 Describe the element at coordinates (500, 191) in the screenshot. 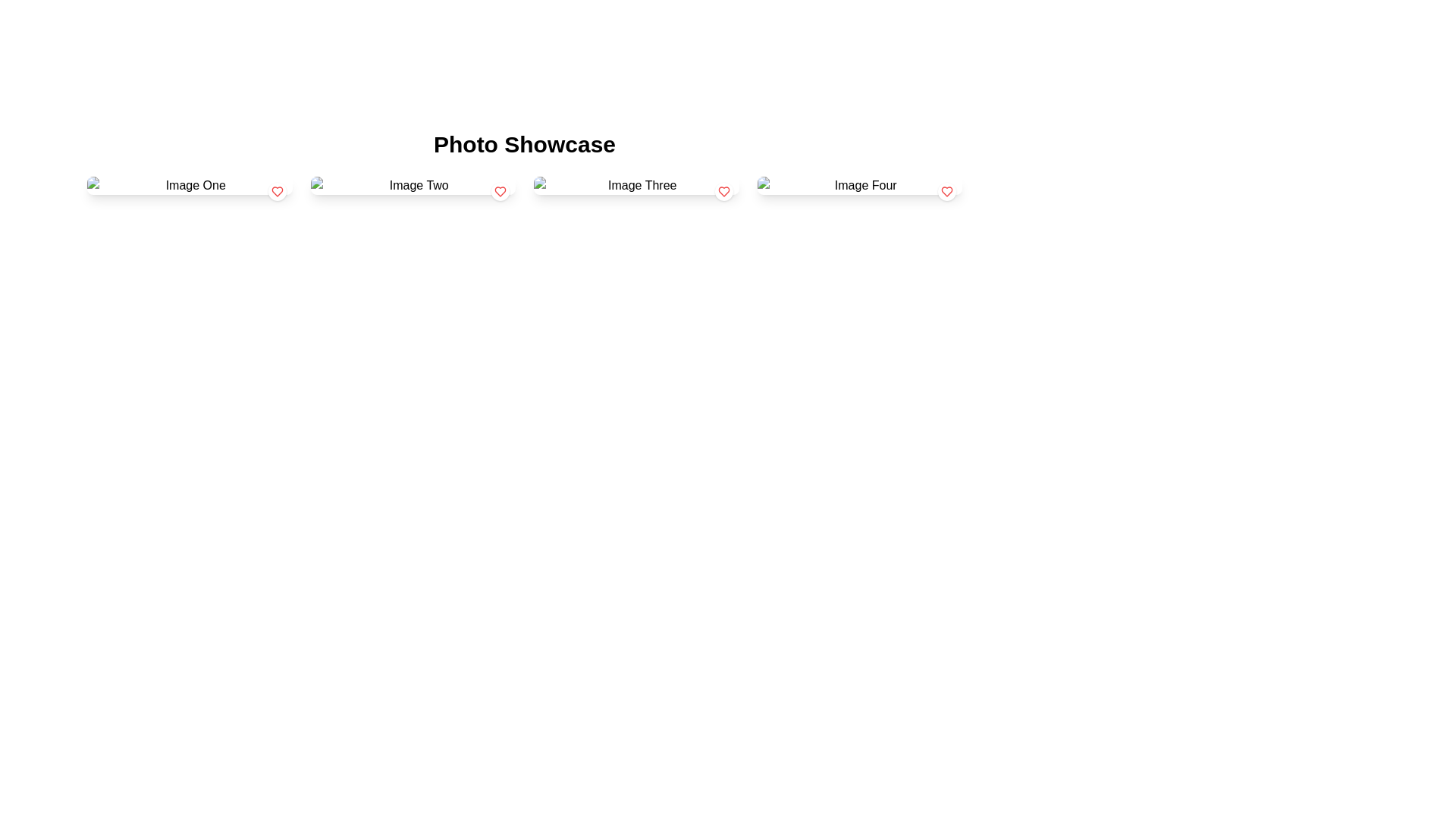

I see `the heart icon button representing the favorite or like functionality` at that location.